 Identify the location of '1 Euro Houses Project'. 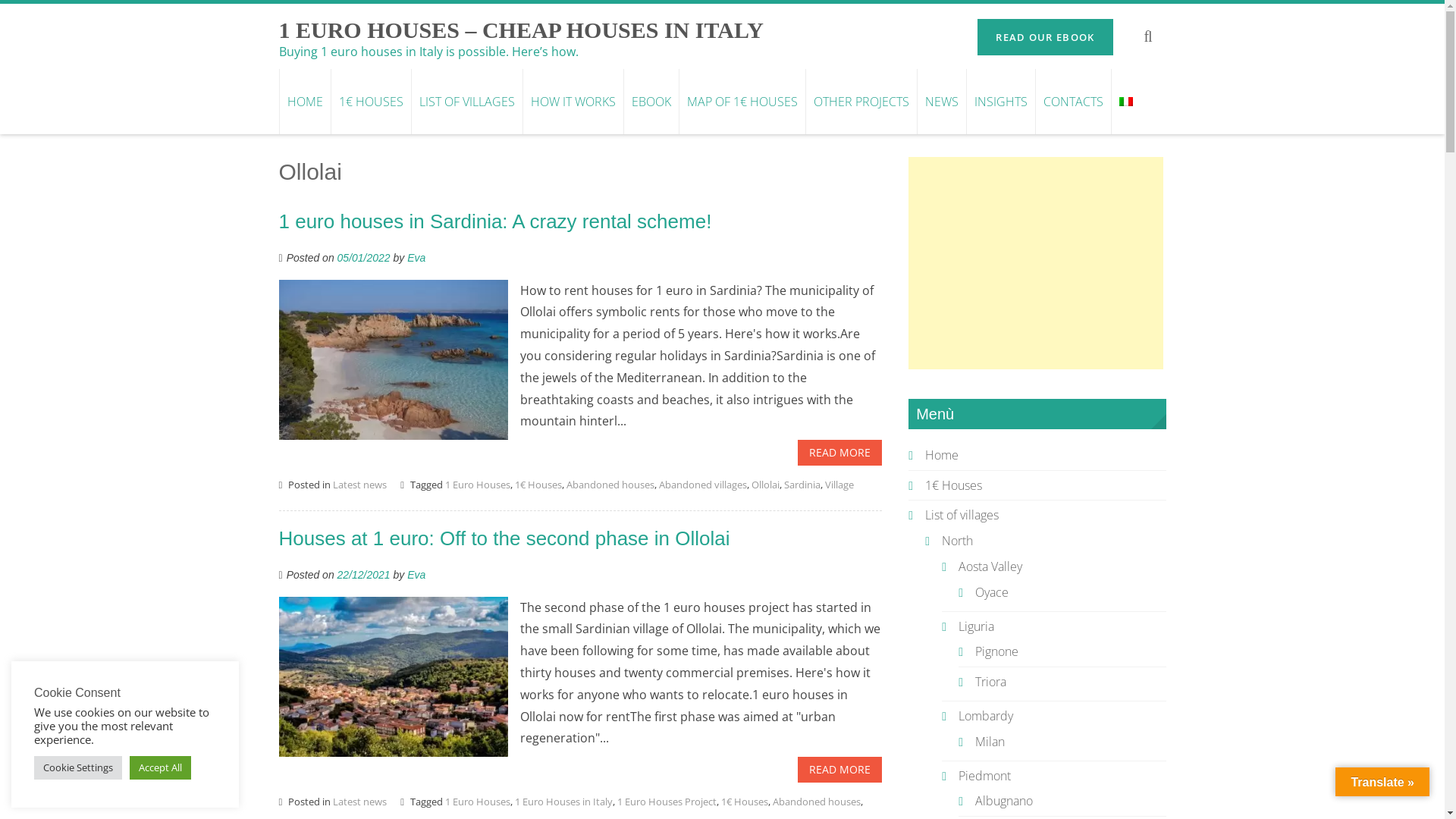
(667, 800).